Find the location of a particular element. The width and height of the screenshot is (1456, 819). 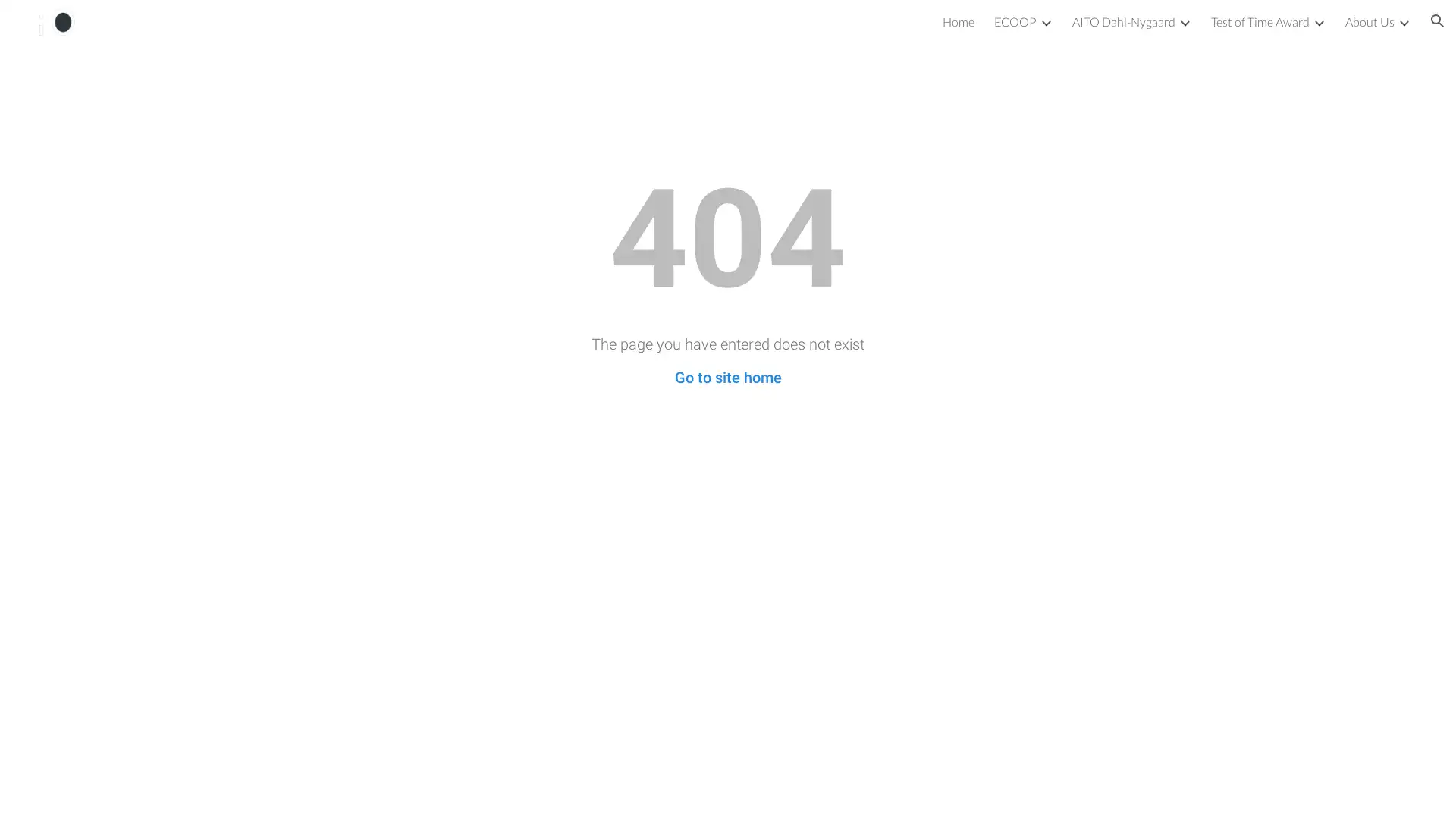

Report abuse is located at coordinates (118, 792).